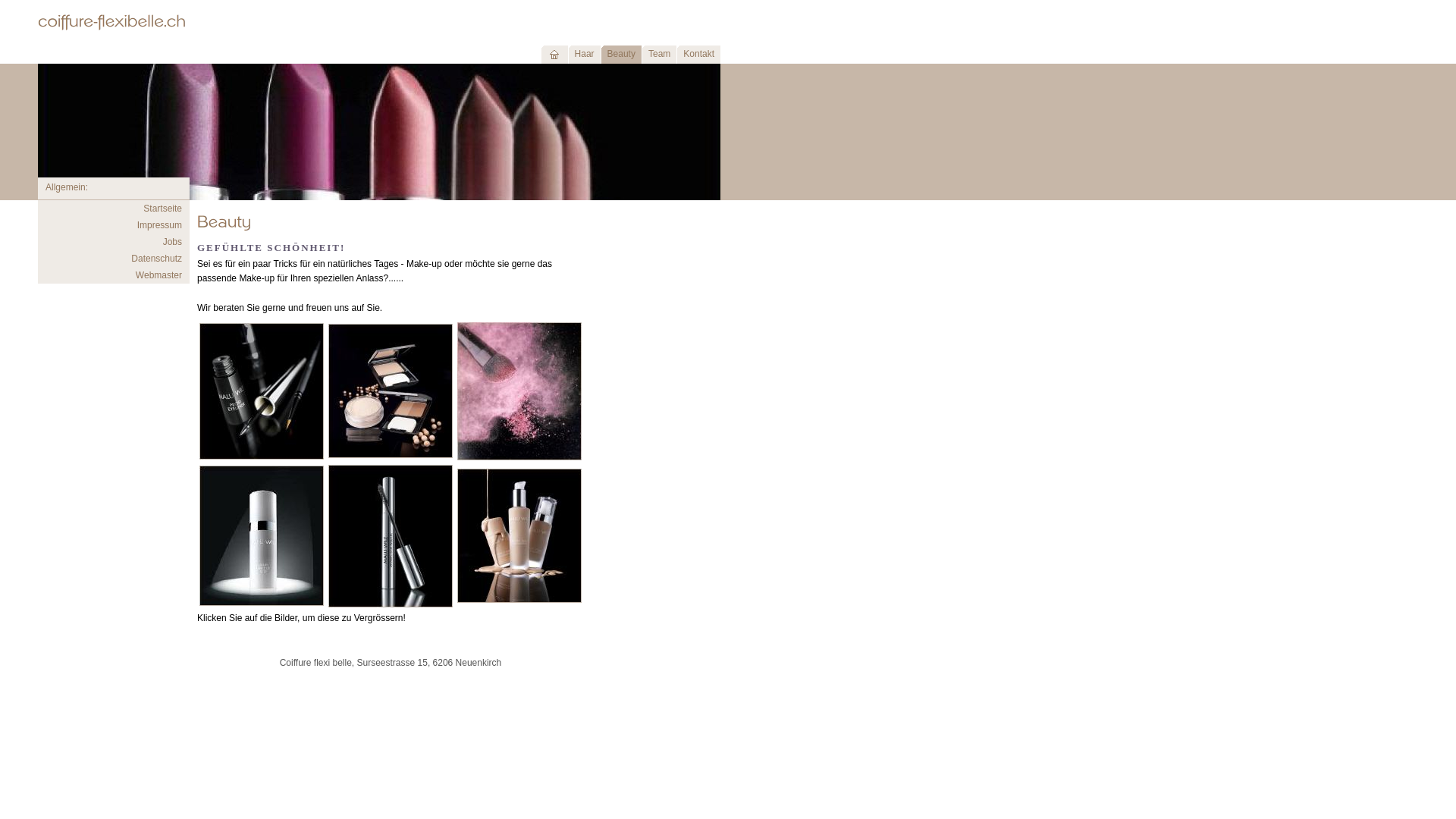 Image resolution: width=1456 pixels, height=819 pixels. I want to click on 'Datenschutz', so click(156, 257).